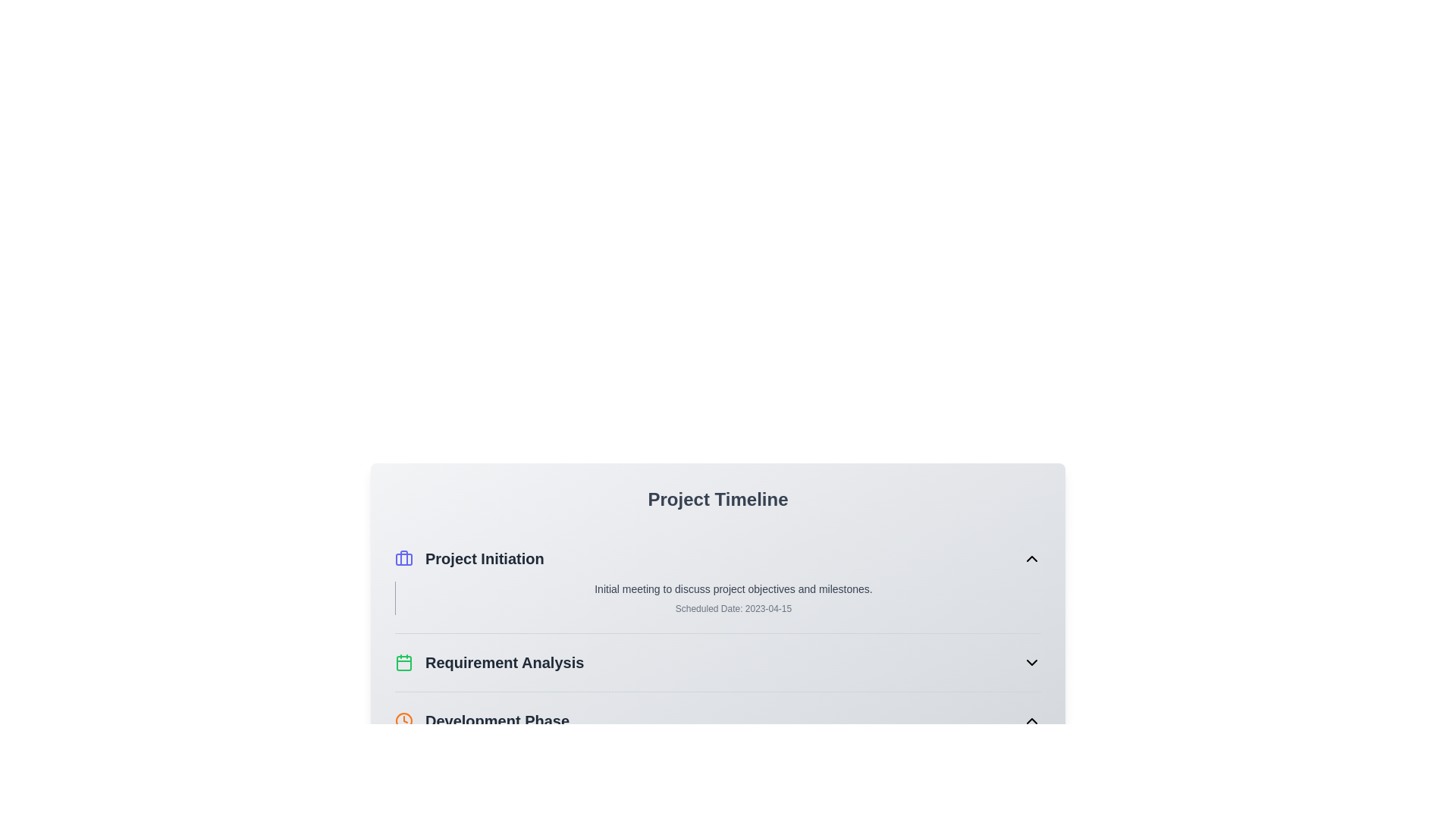 The image size is (1456, 819). Describe the element at coordinates (489, 662) in the screenshot. I see `text displayed on the 'Requirement Analysis' label located in the Project Timeline section, which is the second item in the list` at that location.